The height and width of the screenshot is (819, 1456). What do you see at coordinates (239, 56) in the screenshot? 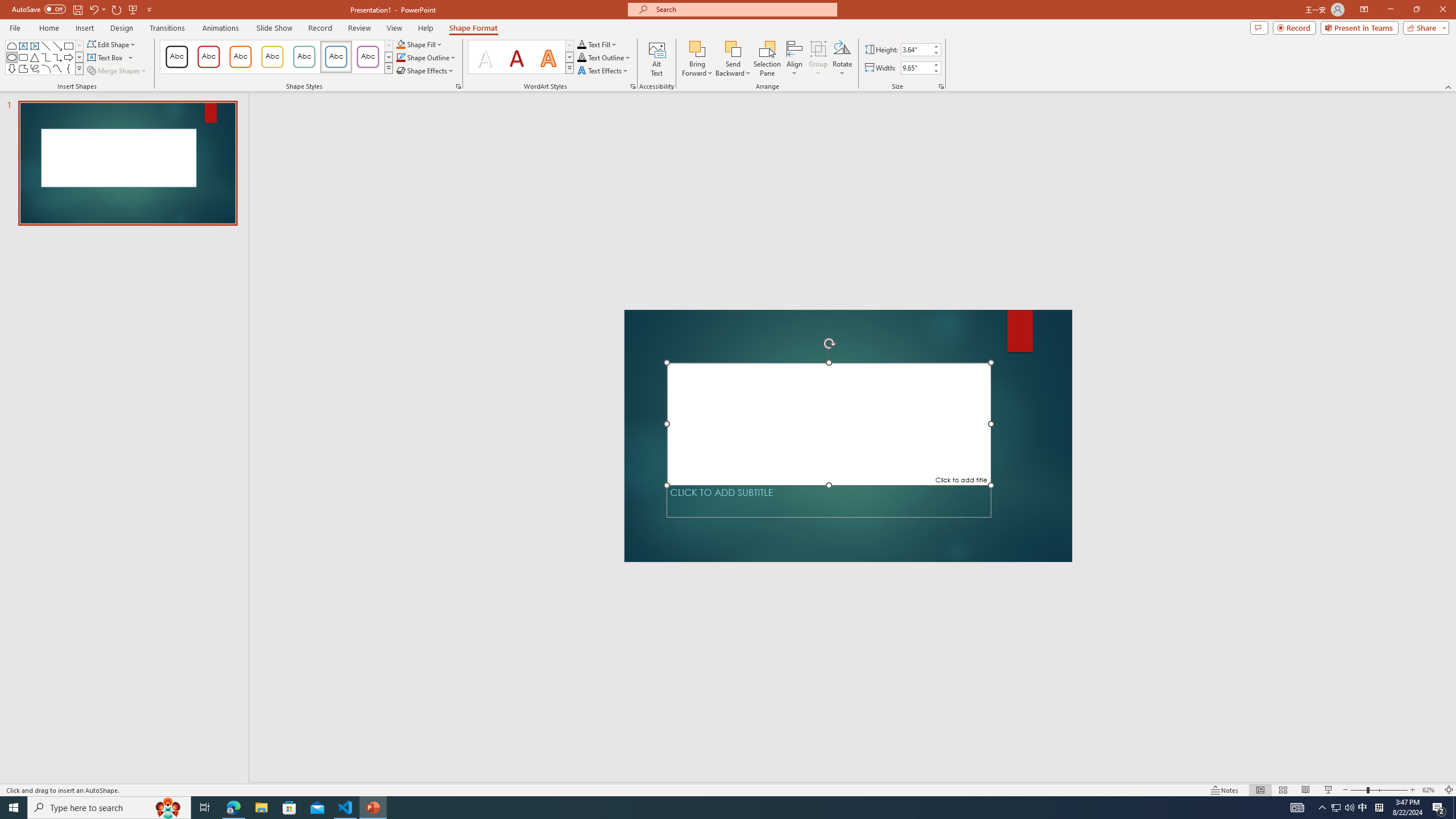
I see `'Colored Outline - Orange, Accent 2'` at bounding box center [239, 56].